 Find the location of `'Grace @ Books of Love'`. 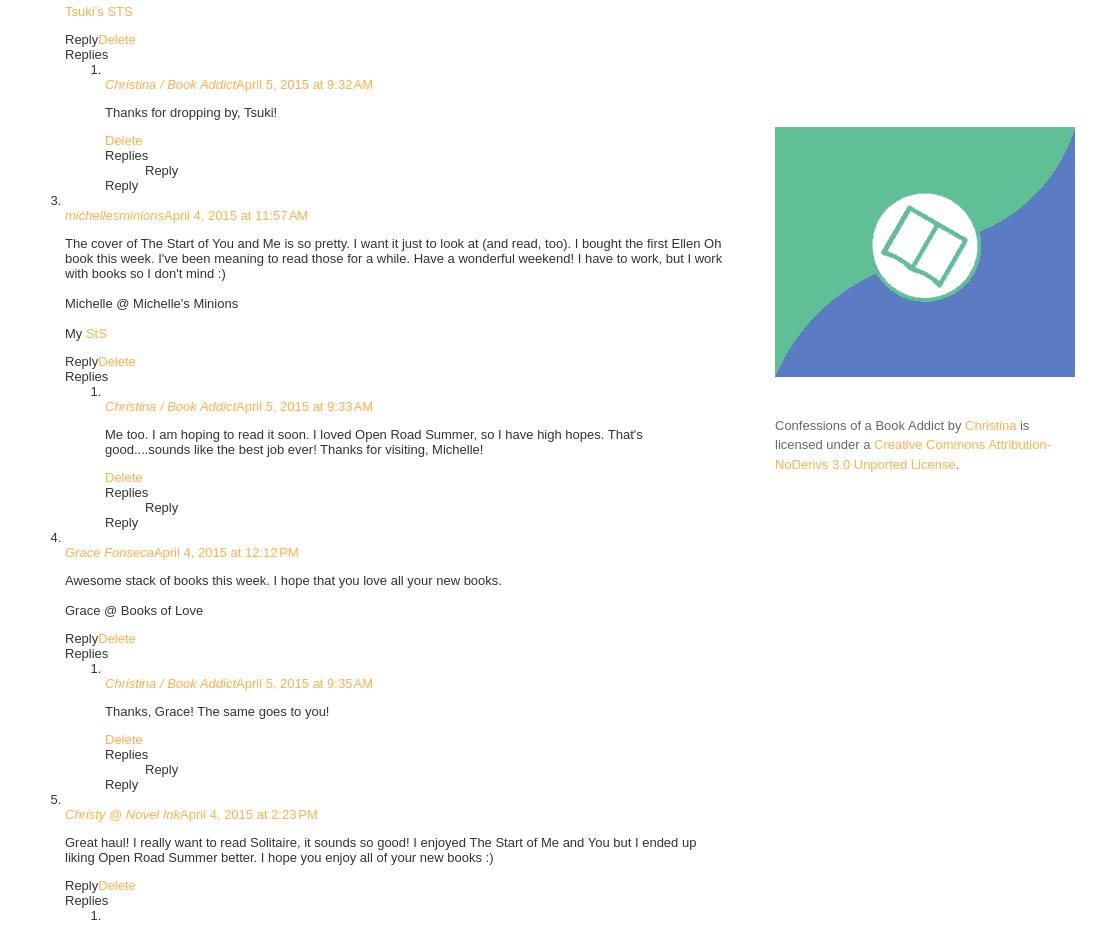

'Grace @ Books of Love' is located at coordinates (133, 608).